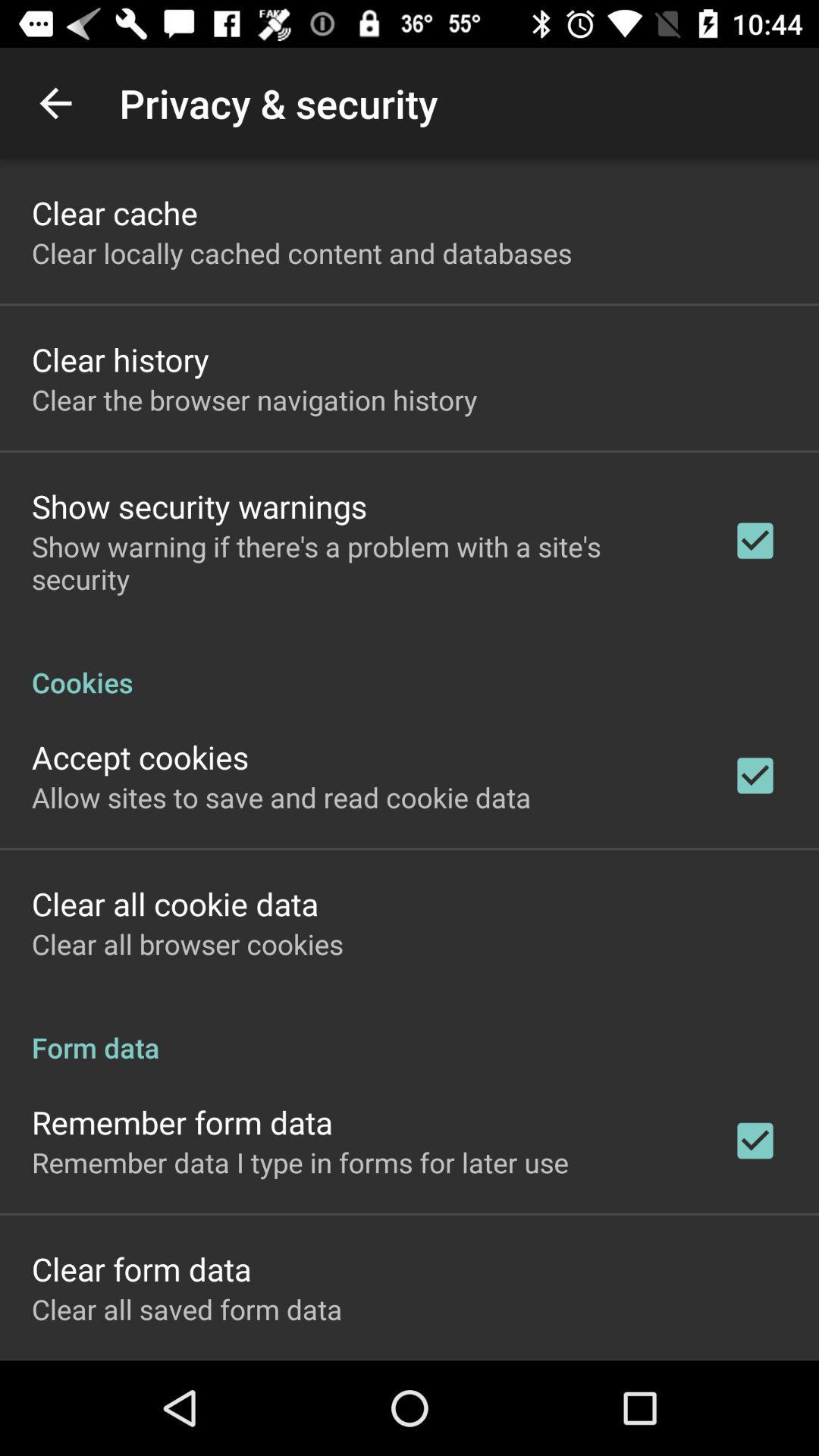 The height and width of the screenshot is (1456, 819). What do you see at coordinates (140, 757) in the screenshot?
I see `the app above the allow sites to icon` at bounding box center [140, 757].